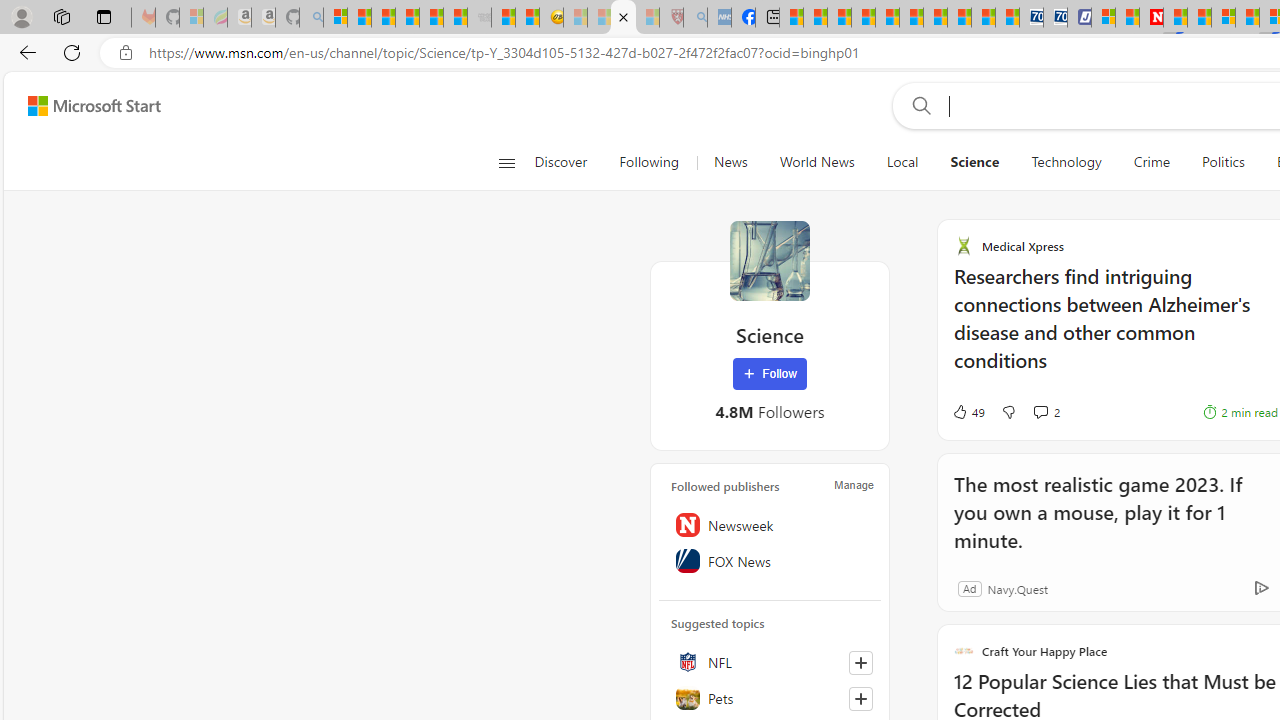  I want to click on 'Latest Politics News & Archive | Newsweek.com', so click(1152, 17).